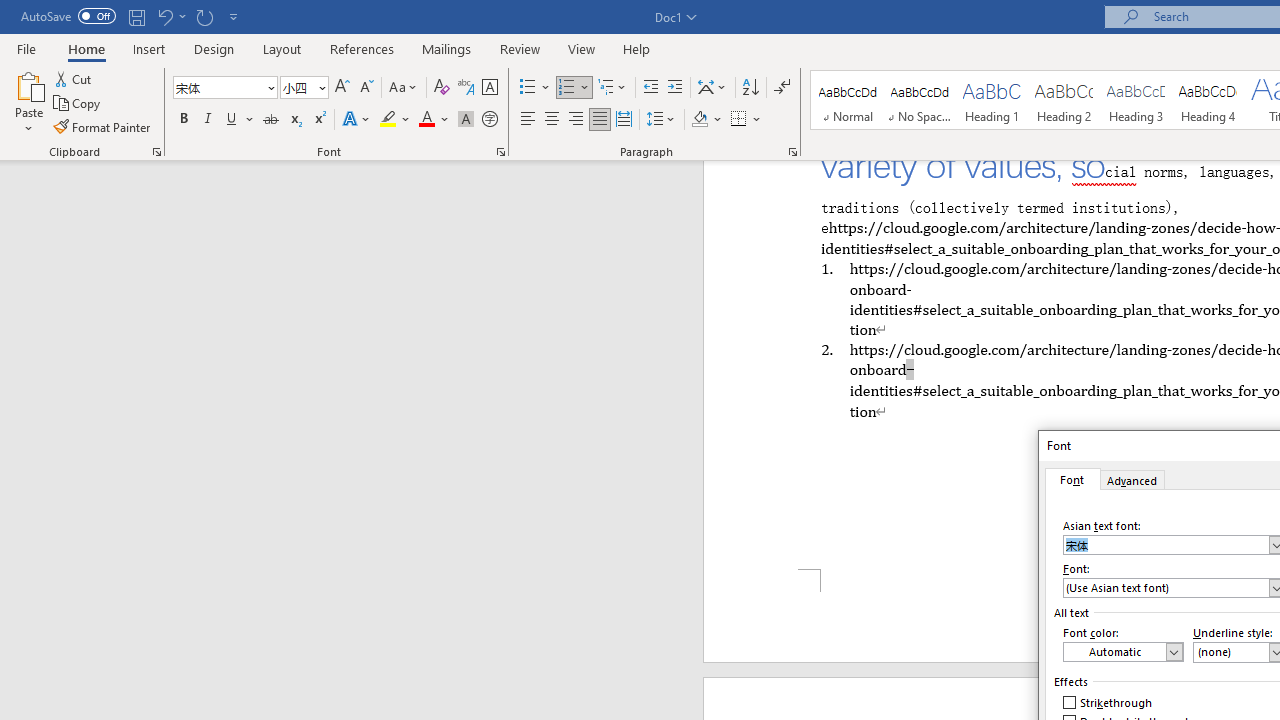 The image size is (1280, 720). Describe the element at coordinates (130, 16) in the screenshot. I see `'Quick Access Toolbar'` at that location.